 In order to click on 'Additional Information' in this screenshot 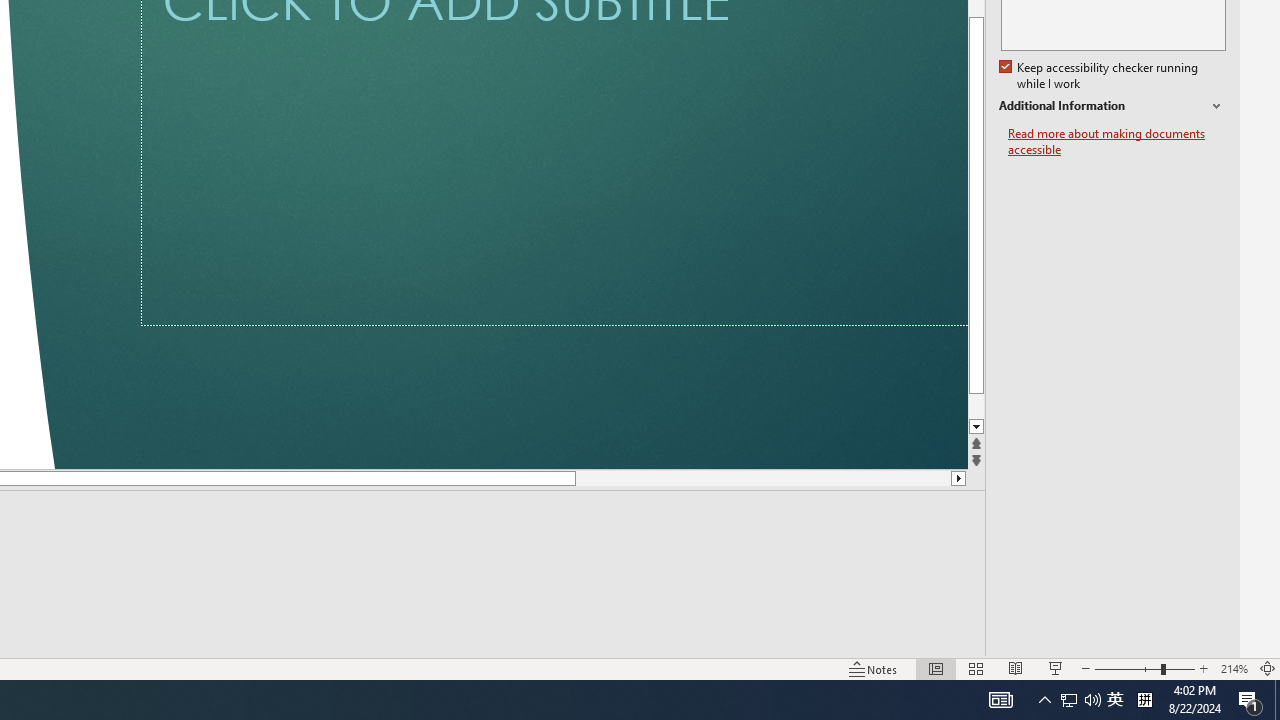, I will do `click(1111, 106)`.